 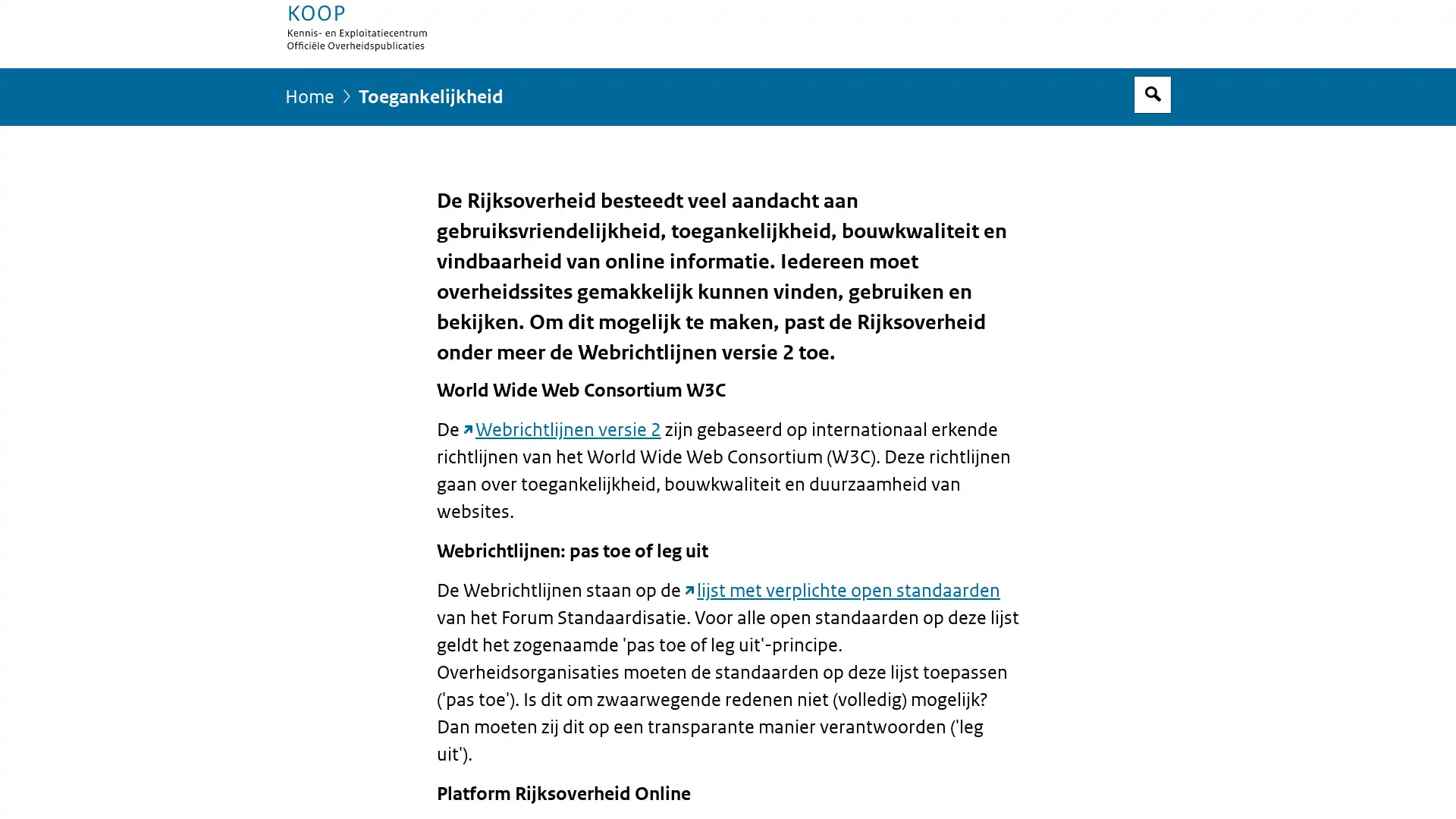 What do you see at coordinates (1153, 94) in the screenshot?
I see `Open zoekveld` at bounding box center [1153, 94].